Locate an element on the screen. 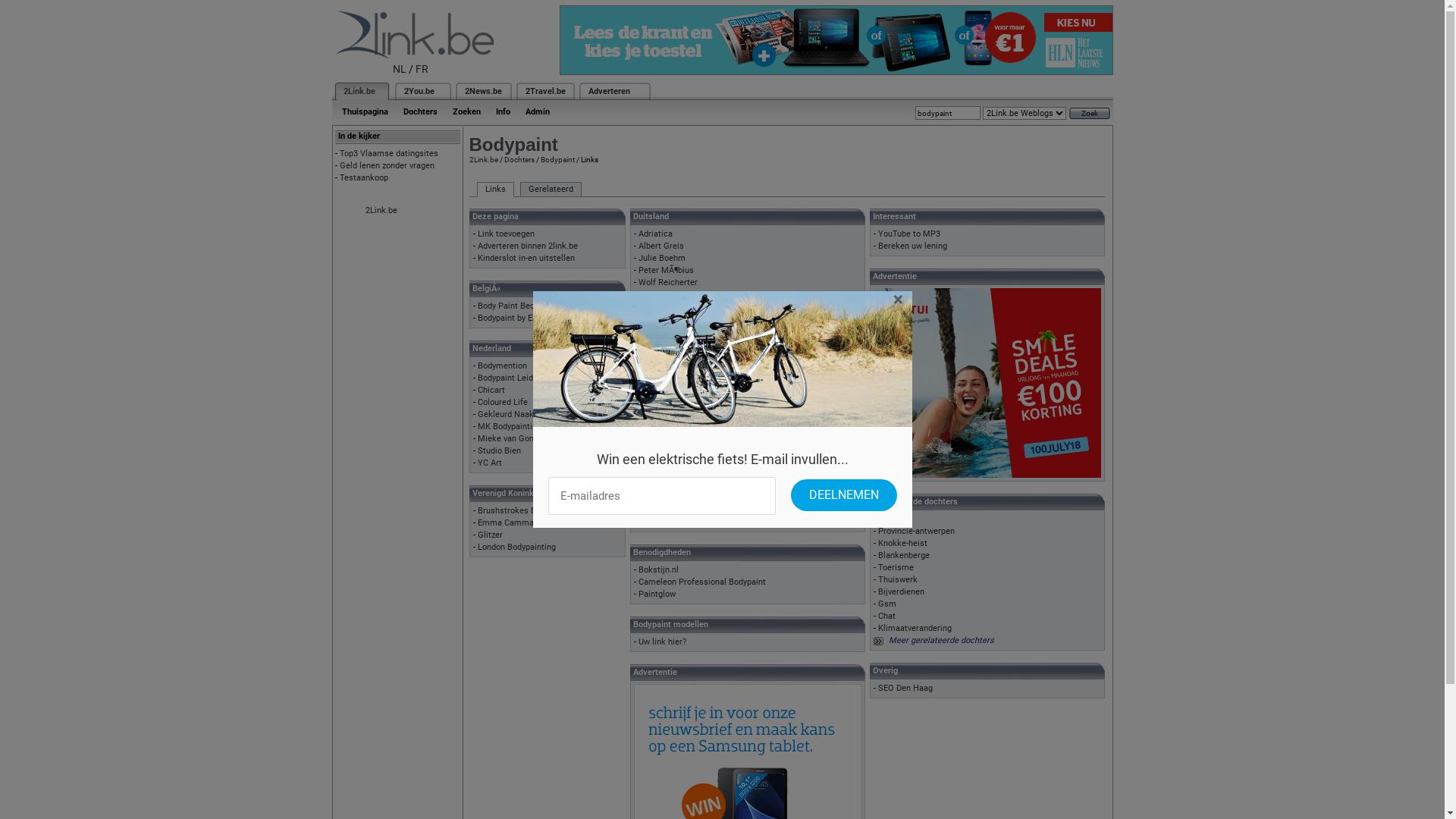 The height and width of the screenshot is (819, 1456). 'Knokke-heist' is located at coordinates (902, 542).